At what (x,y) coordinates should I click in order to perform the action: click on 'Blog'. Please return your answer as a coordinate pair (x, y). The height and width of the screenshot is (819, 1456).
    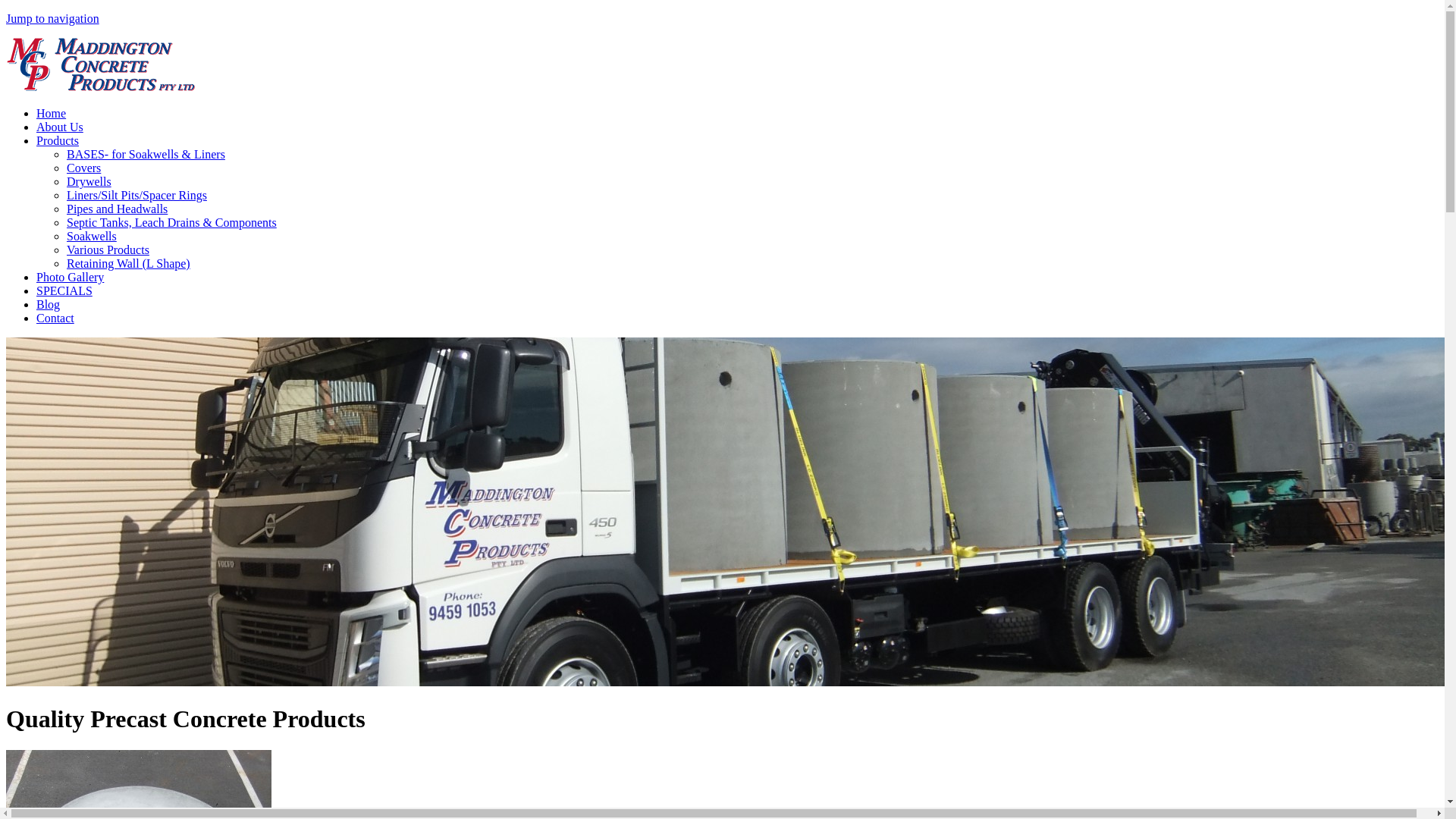
    Looking at the image, I should click on (48, 304).